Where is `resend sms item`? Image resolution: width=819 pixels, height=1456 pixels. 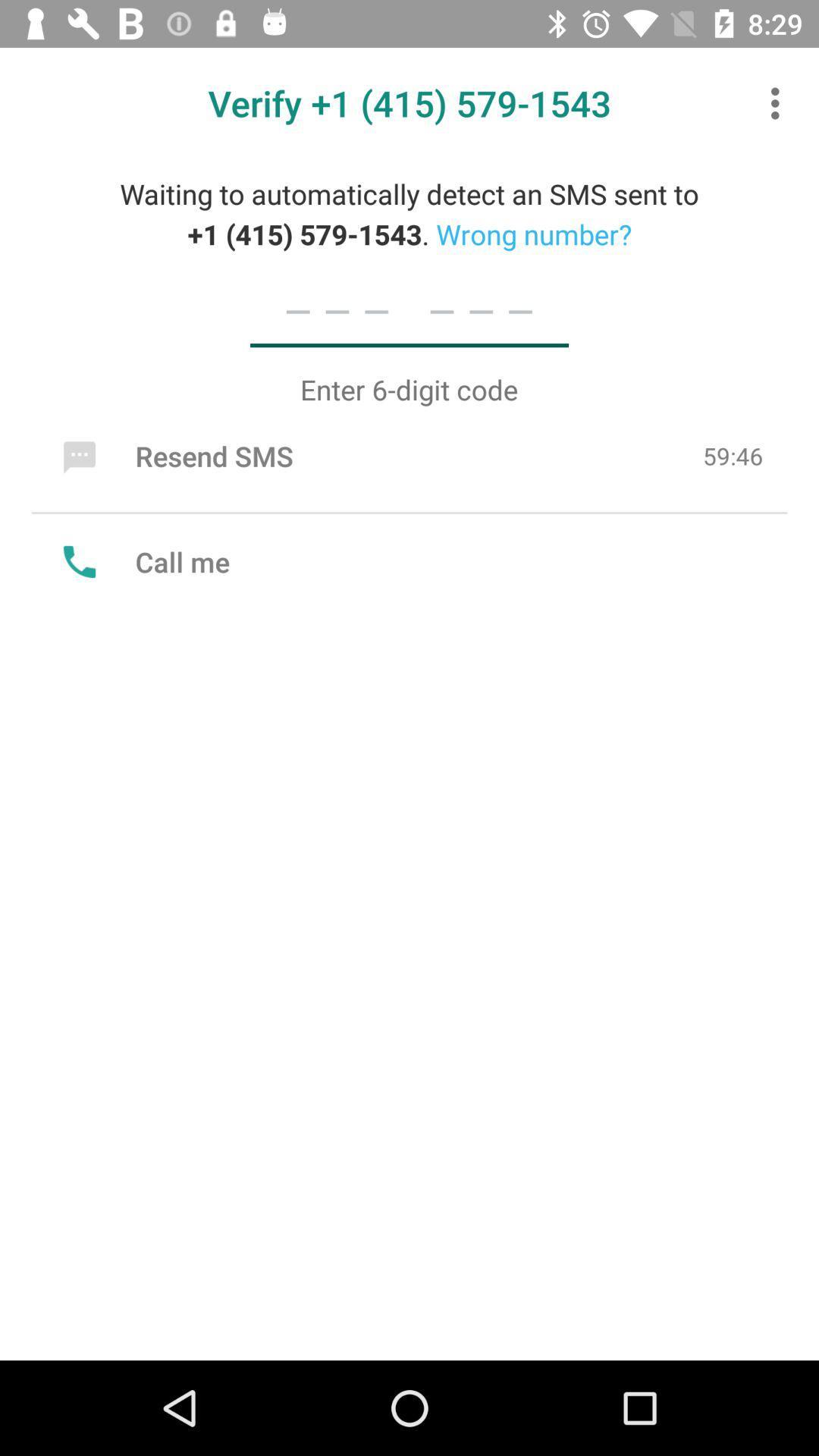 resend sms item is located at coordinates (174, 455).